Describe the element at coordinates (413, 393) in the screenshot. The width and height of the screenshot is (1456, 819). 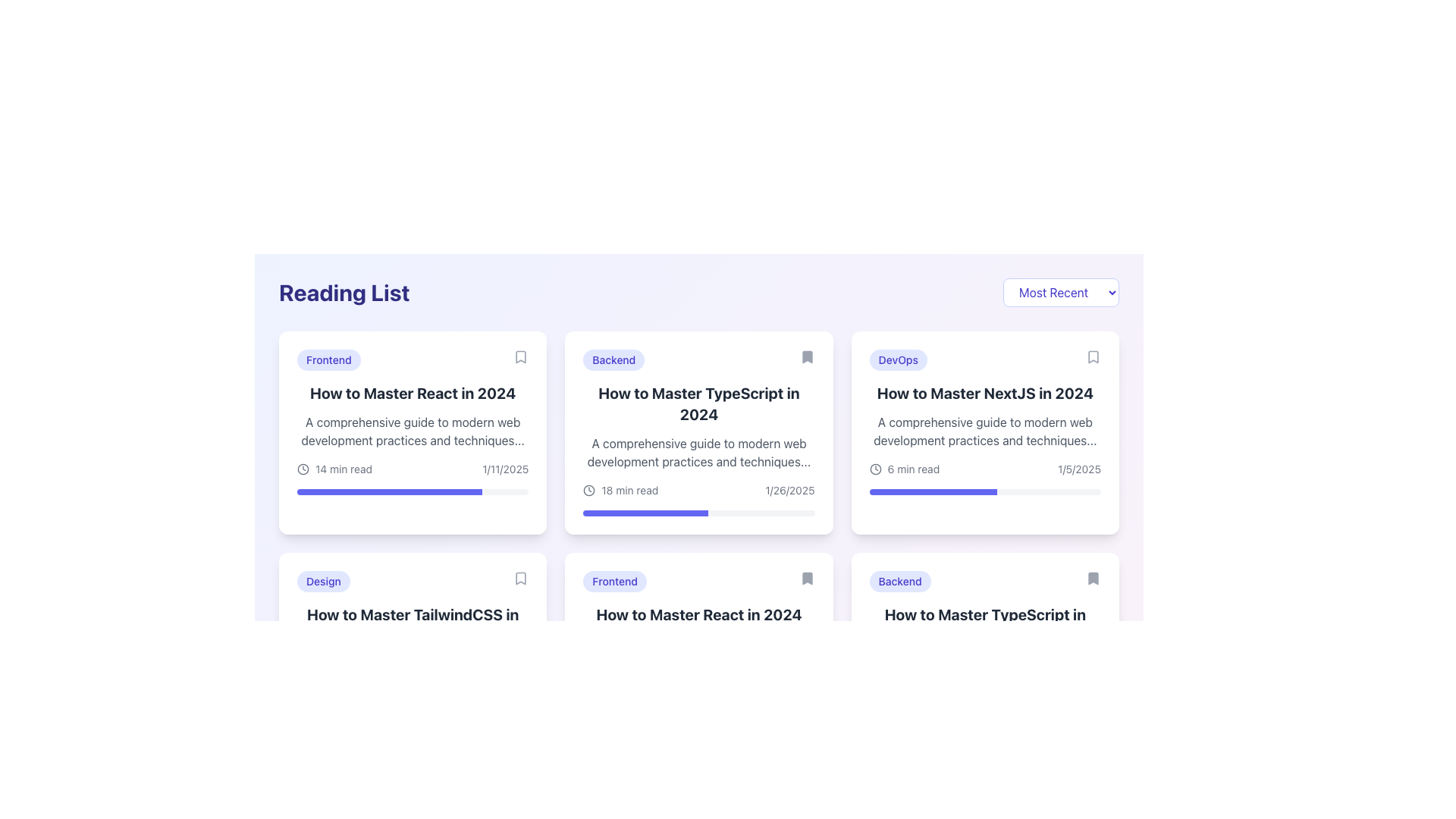
I see `the text element titled 'How to Master React in 2024'` at that location.